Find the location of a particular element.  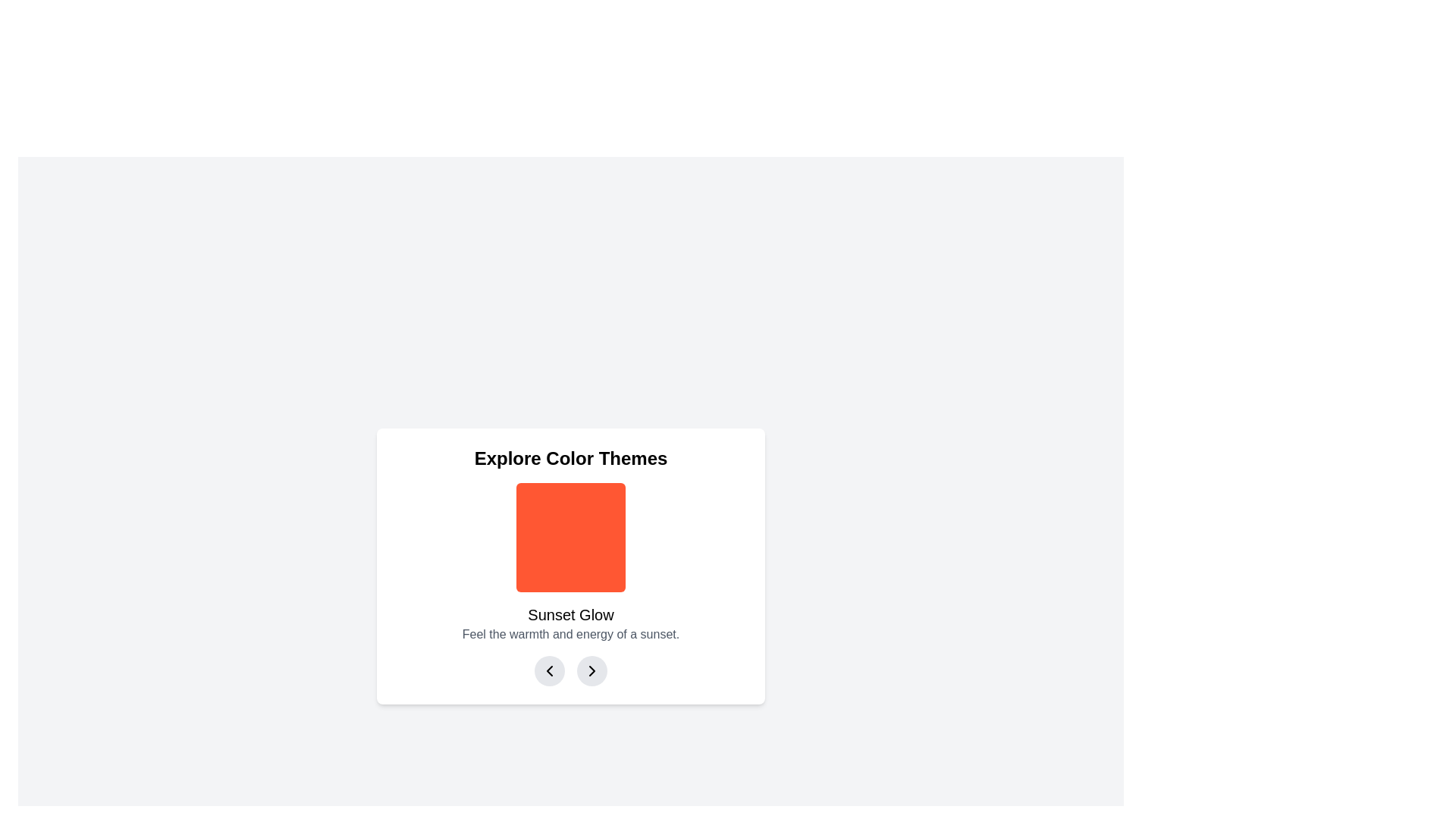

the navigation controls cluster located in the 'Explore Color Themes' section, positioned below the text 'Feel the warmth and energy of a sunset.' is located at coordinates (570, 670).